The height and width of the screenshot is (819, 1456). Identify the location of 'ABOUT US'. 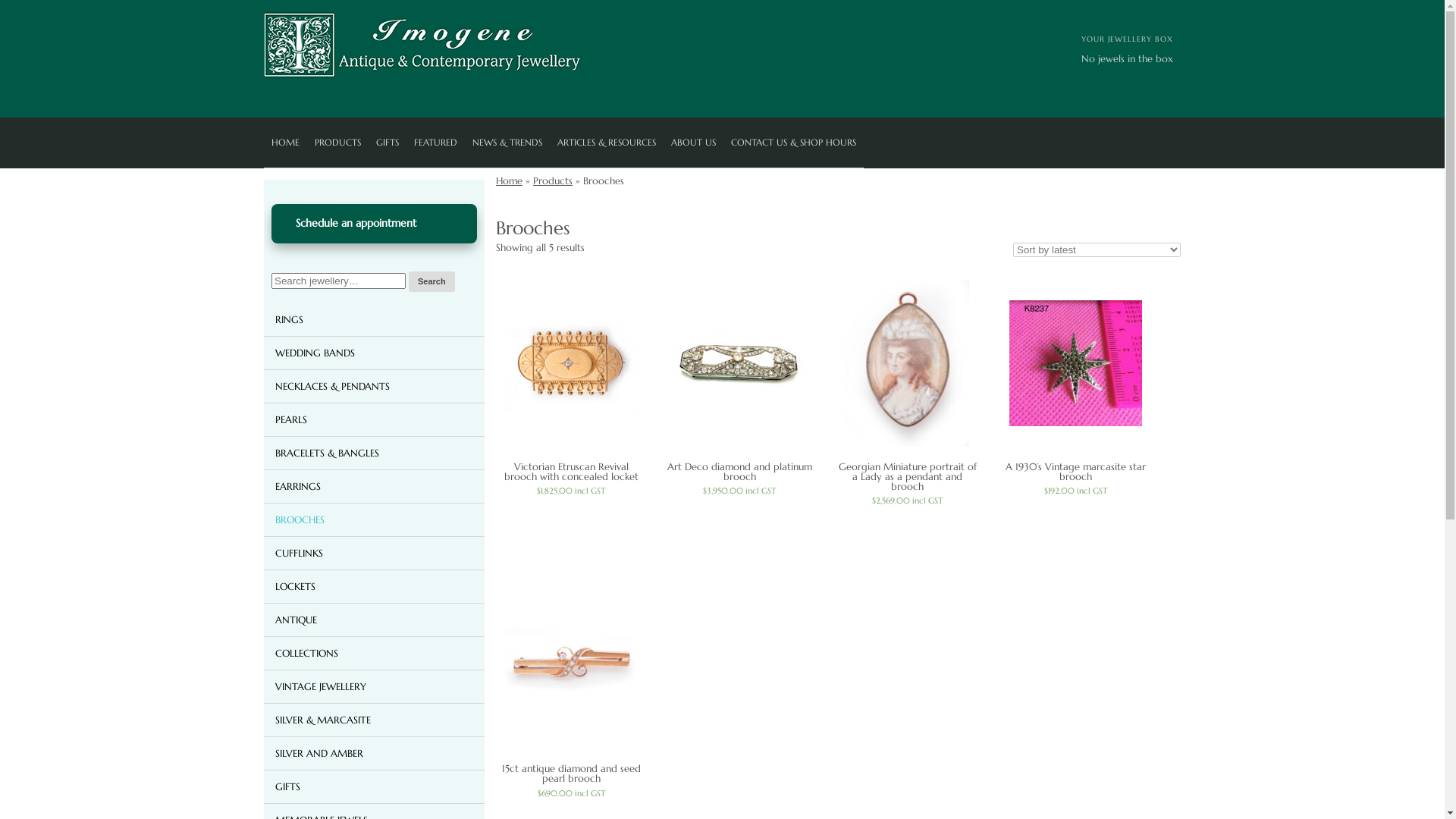
(663, 143).